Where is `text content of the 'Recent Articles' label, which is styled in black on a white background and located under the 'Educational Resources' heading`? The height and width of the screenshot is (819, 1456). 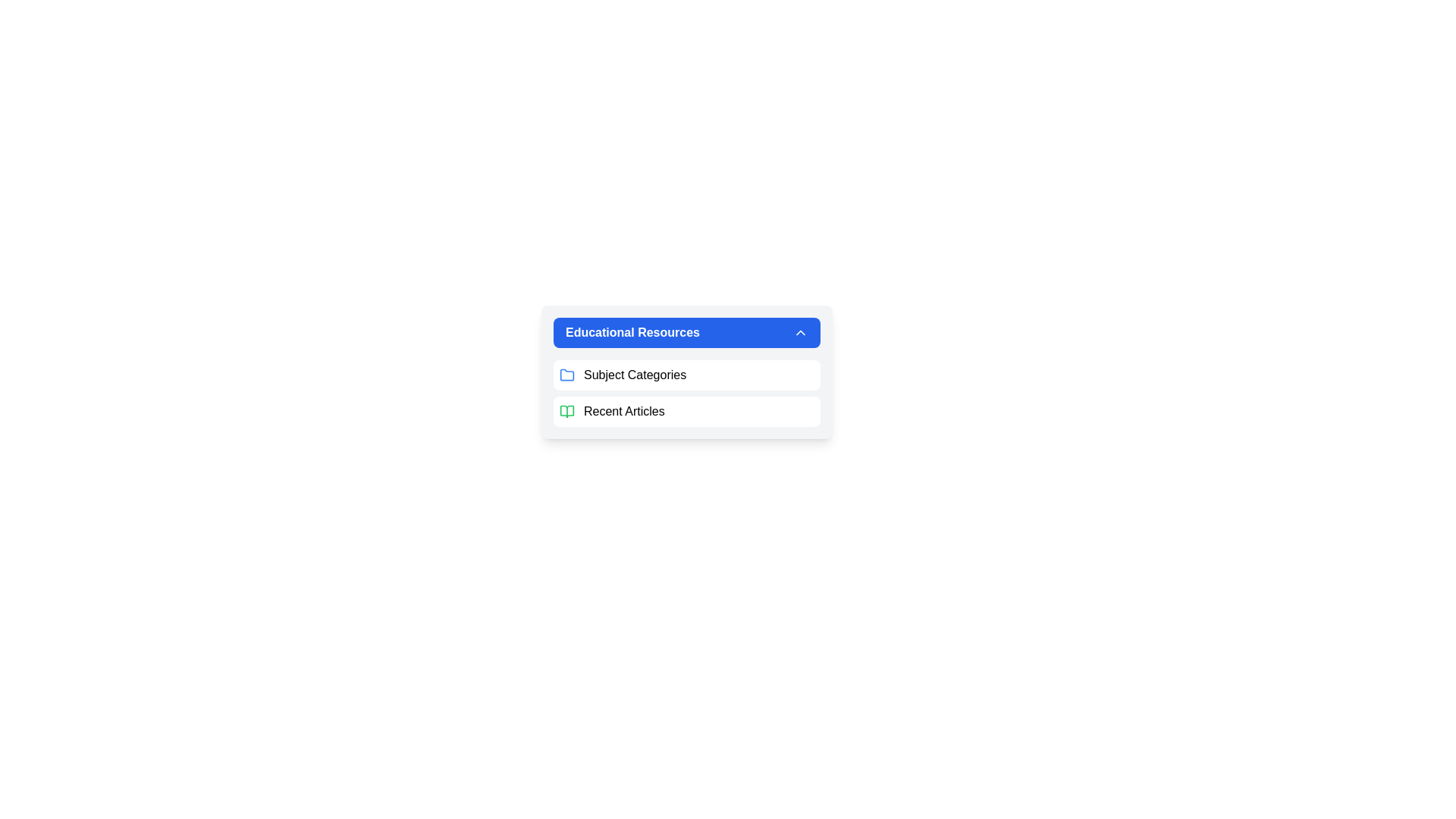
text content of the 'Recent Articles' label, which is styled in black on a white background and located under the 'Educational Resources' heading is located at coordinates (624, 412).